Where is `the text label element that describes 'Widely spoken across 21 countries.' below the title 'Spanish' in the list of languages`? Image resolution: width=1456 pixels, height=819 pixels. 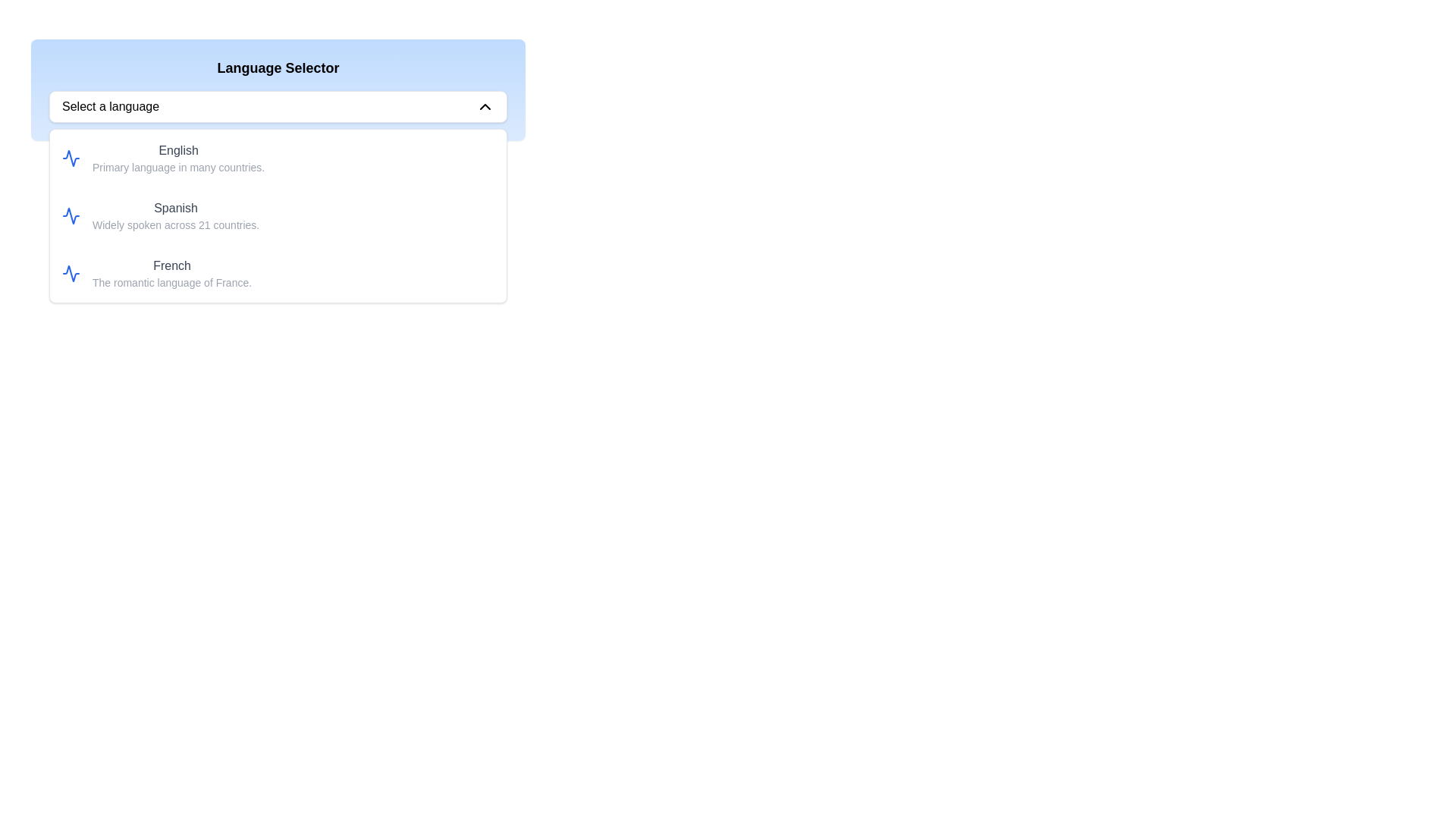 the text label element that describes 'Widely spoken across 21 countries.' below the title 'Spanish' in the list of languages is located at coordinates (176, 225).